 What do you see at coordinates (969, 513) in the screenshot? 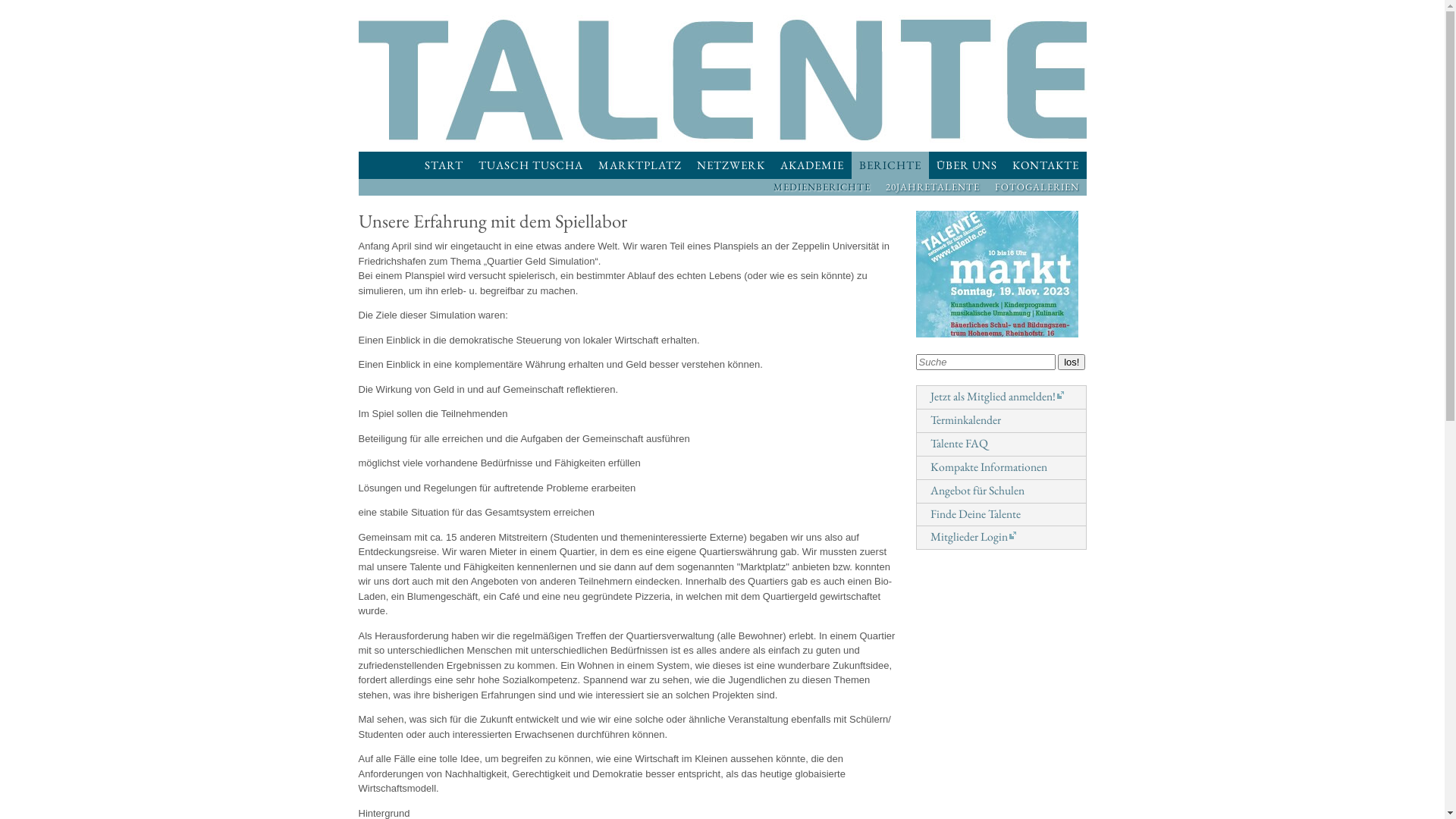
I see `'Finde Deine Talente'` at bounding box center [969, 513].